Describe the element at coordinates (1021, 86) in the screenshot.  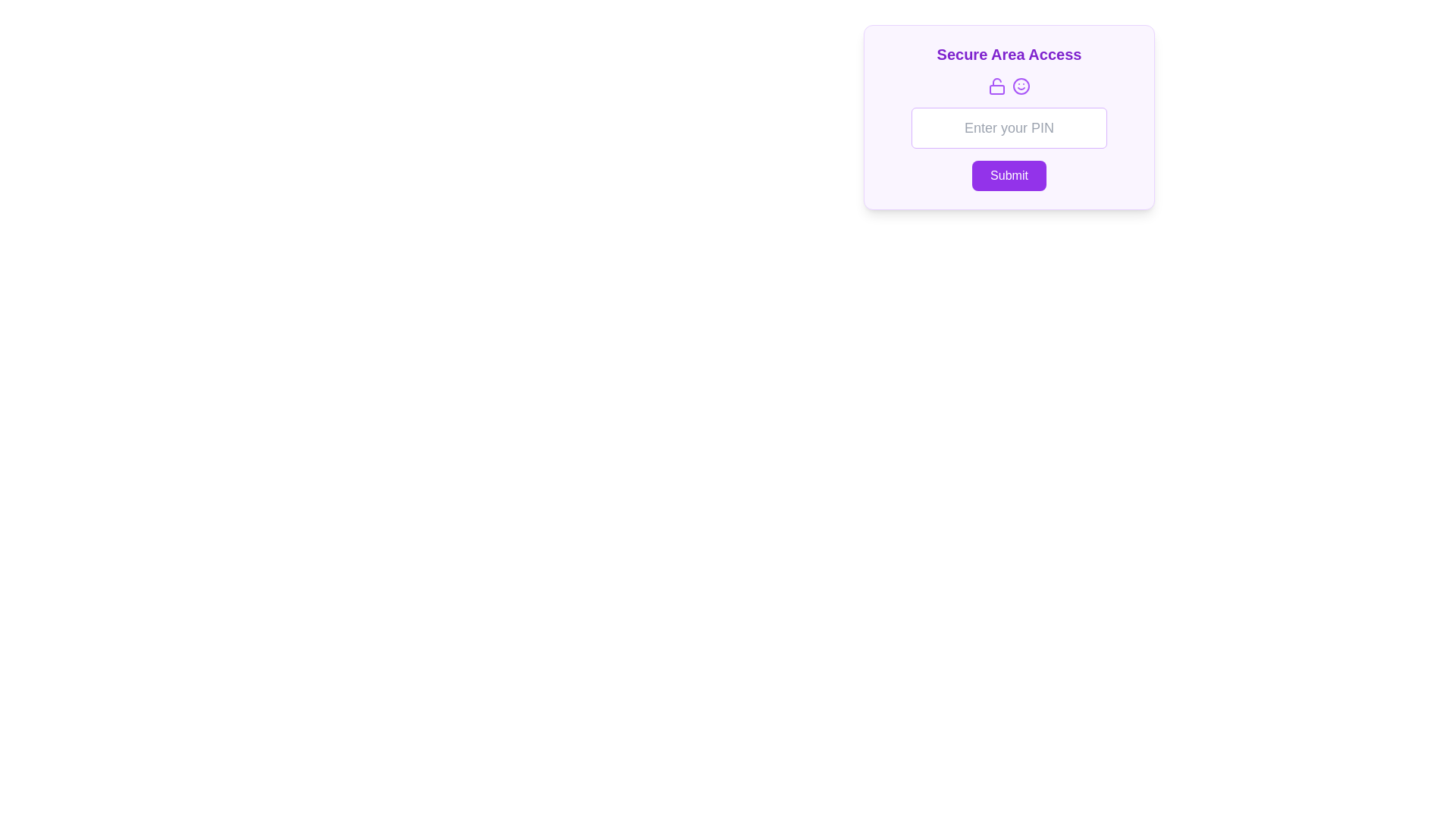
I see `the SVG circle element with a purple outline that is part of the smiley face icon in the 'Secure Area Access' card` at that location.